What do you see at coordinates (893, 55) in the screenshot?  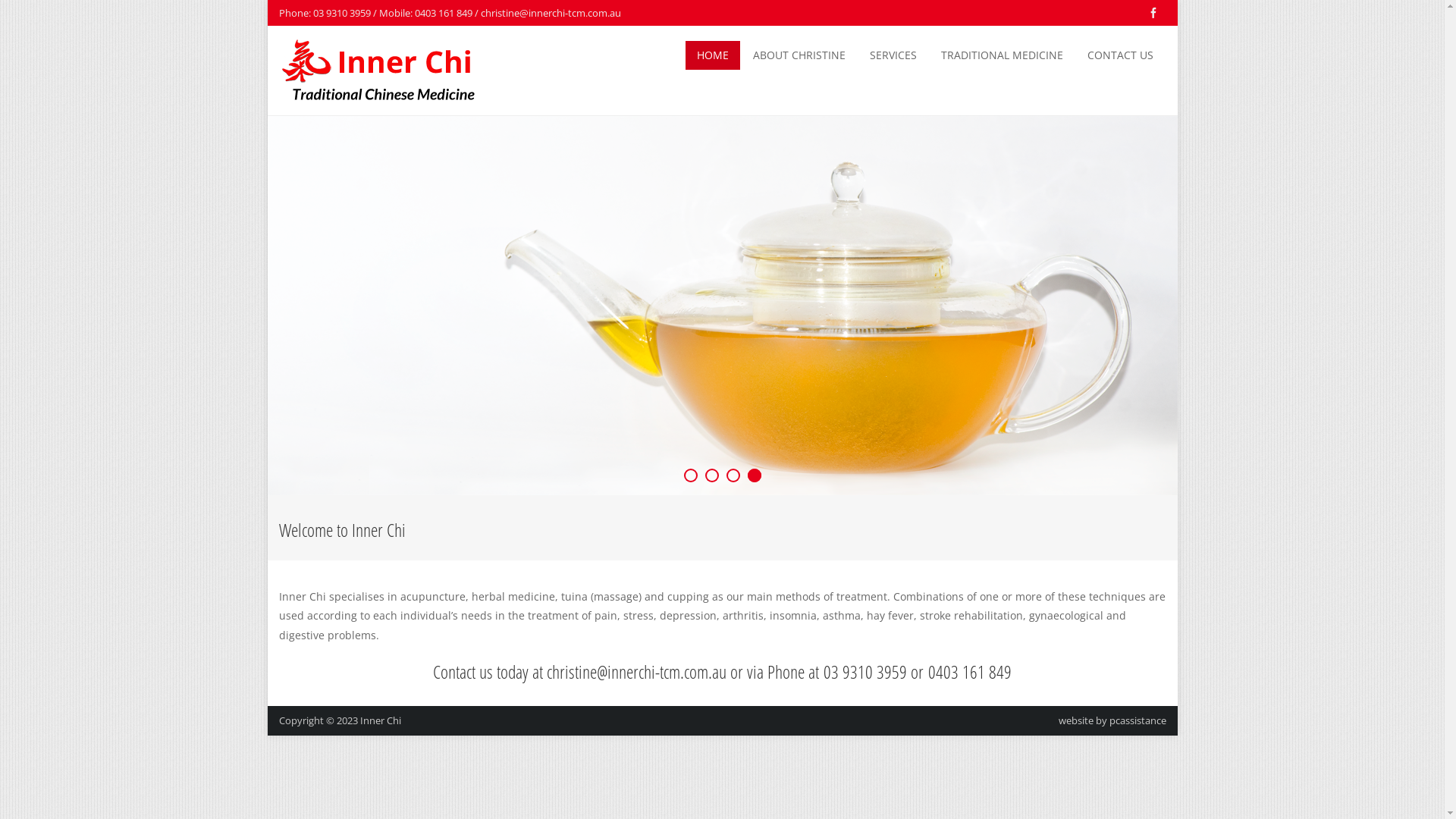 I see `'SERVICES'` at bounding box center [893, 55].